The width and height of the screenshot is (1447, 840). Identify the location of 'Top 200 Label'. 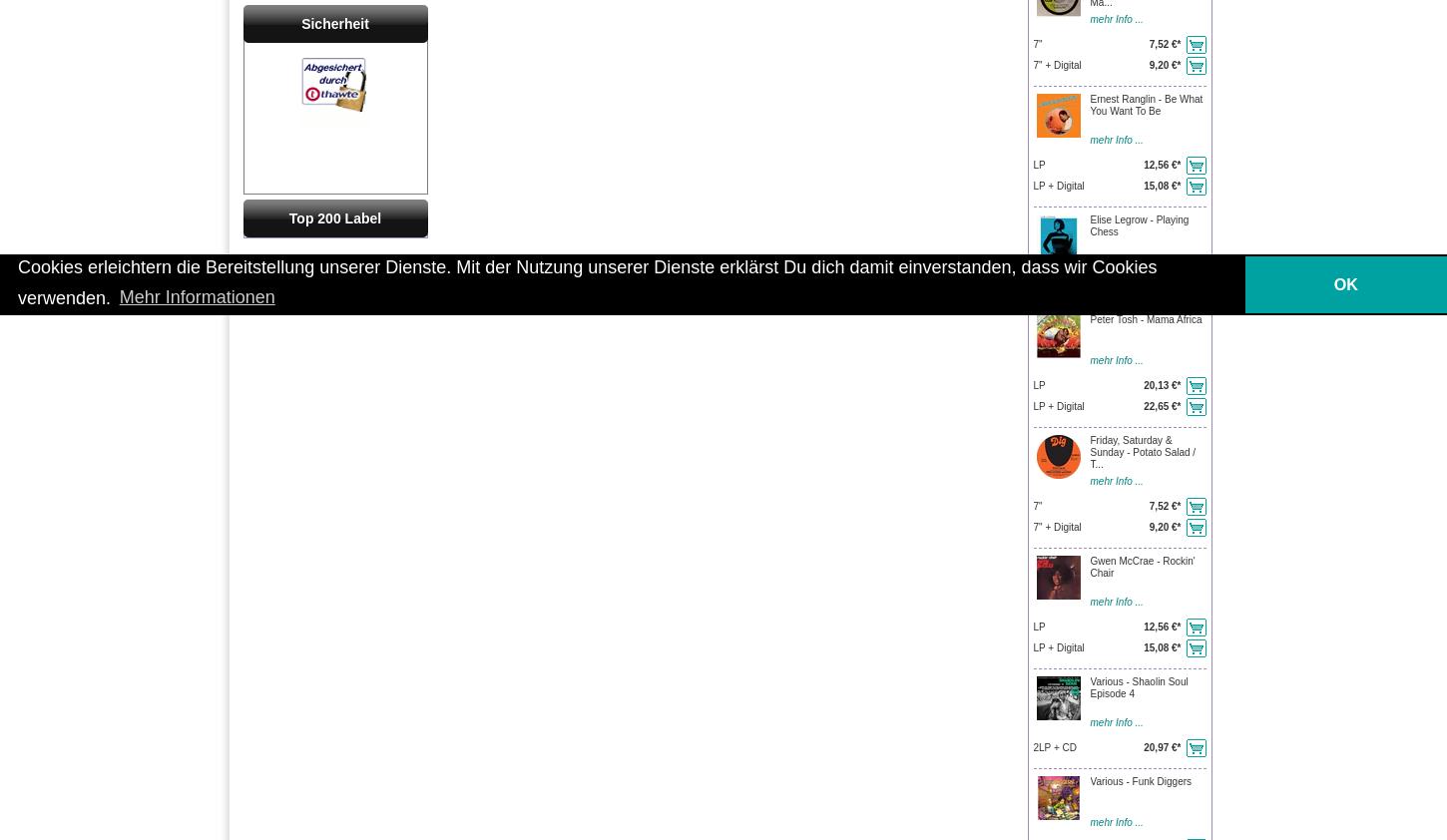
(334, 218).